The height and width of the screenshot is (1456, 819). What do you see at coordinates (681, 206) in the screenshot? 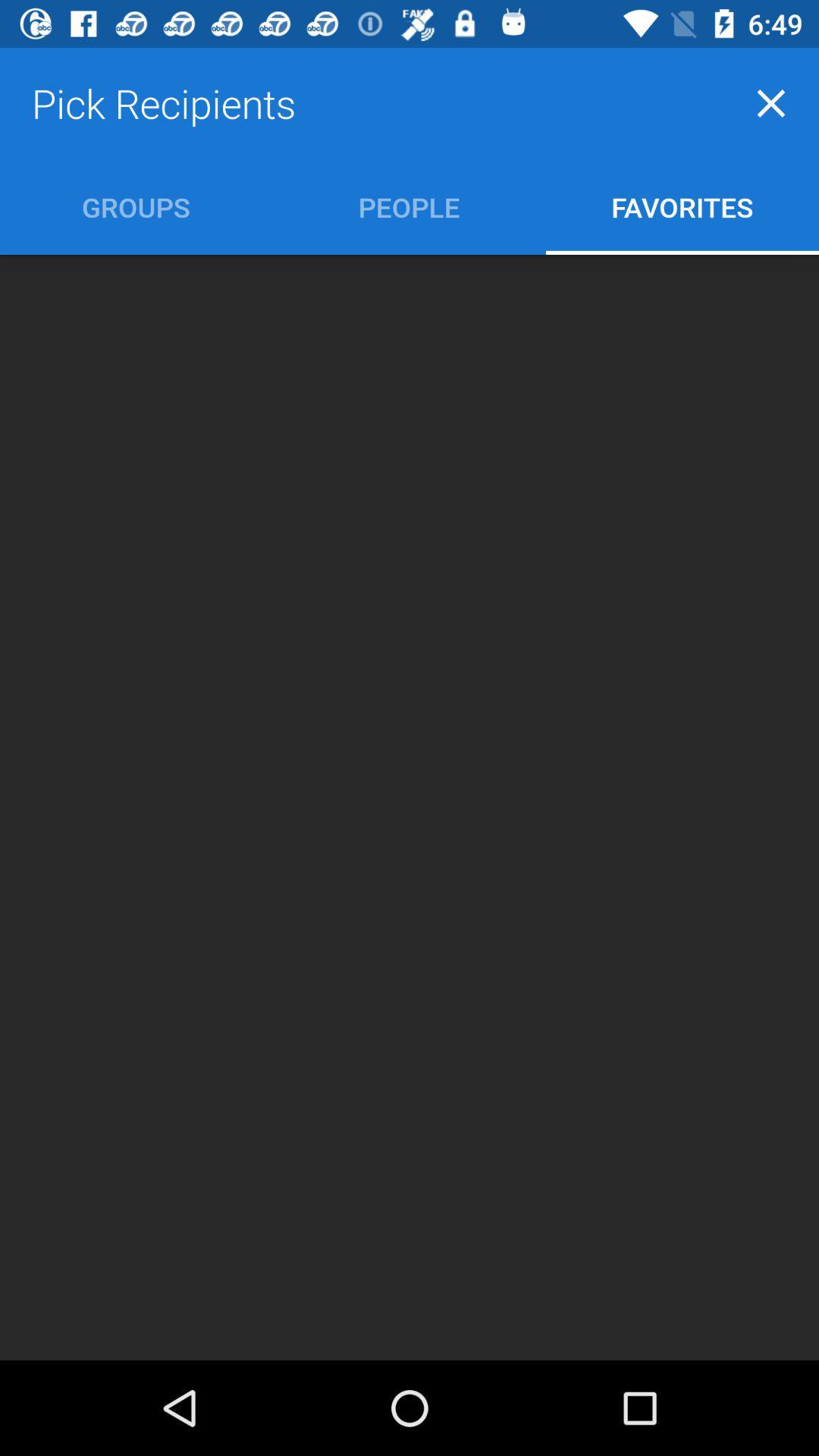
I see `icon next to people item` at bounding box center [681, 206].